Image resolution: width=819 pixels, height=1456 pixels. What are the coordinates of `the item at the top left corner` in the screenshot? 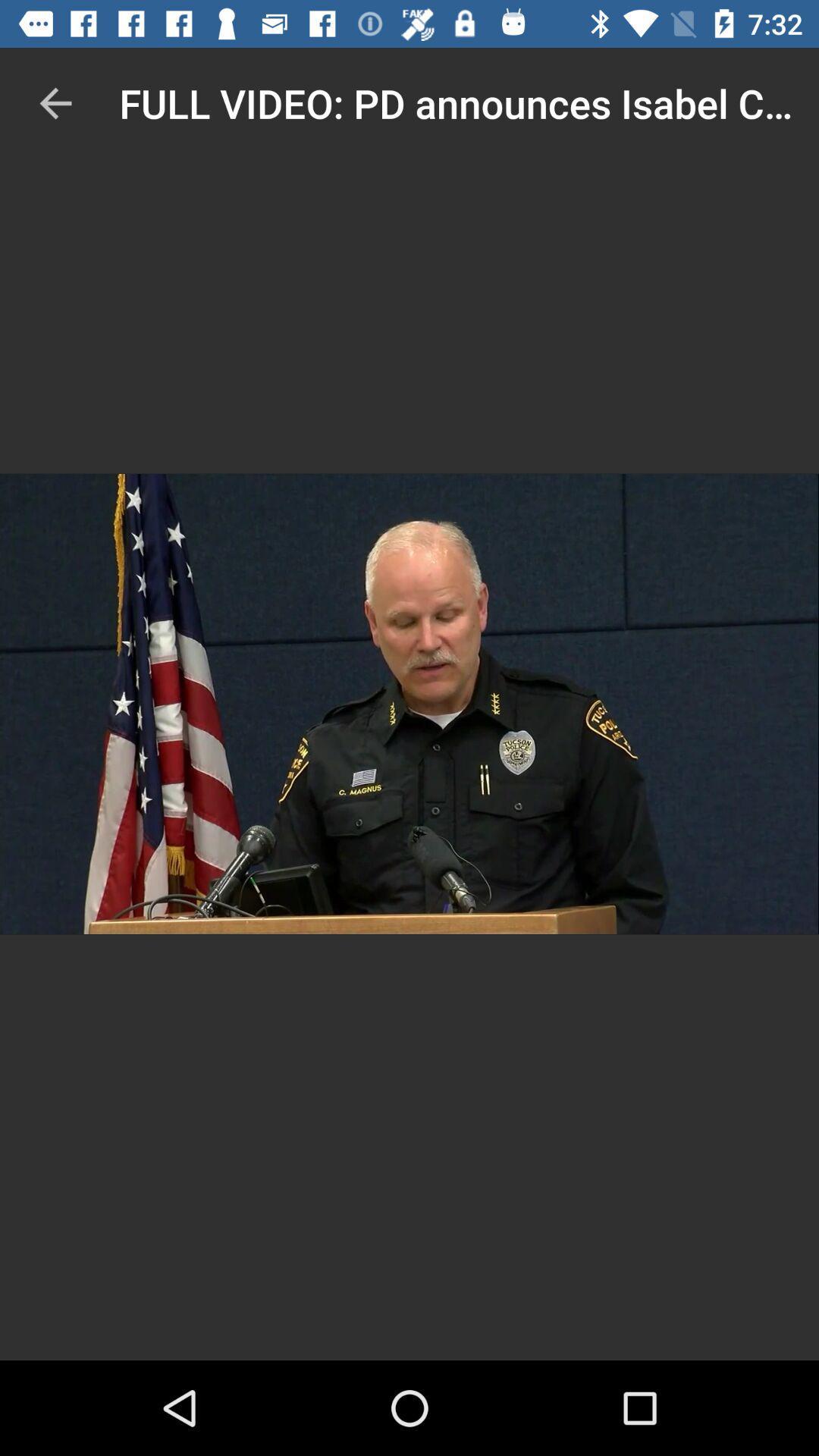 It's located at (55, 102).